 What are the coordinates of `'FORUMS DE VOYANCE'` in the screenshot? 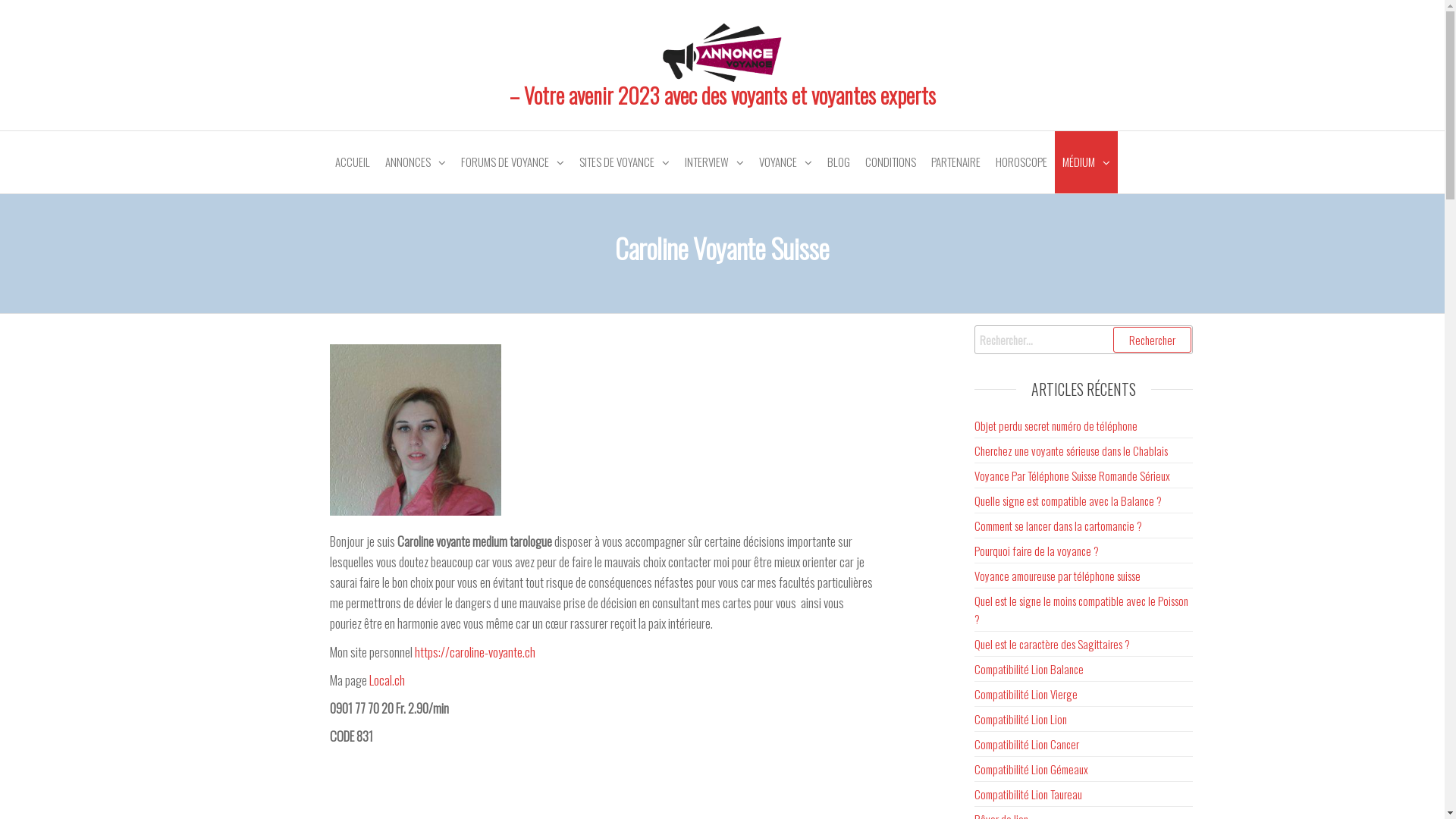 It's located at (513, 162).